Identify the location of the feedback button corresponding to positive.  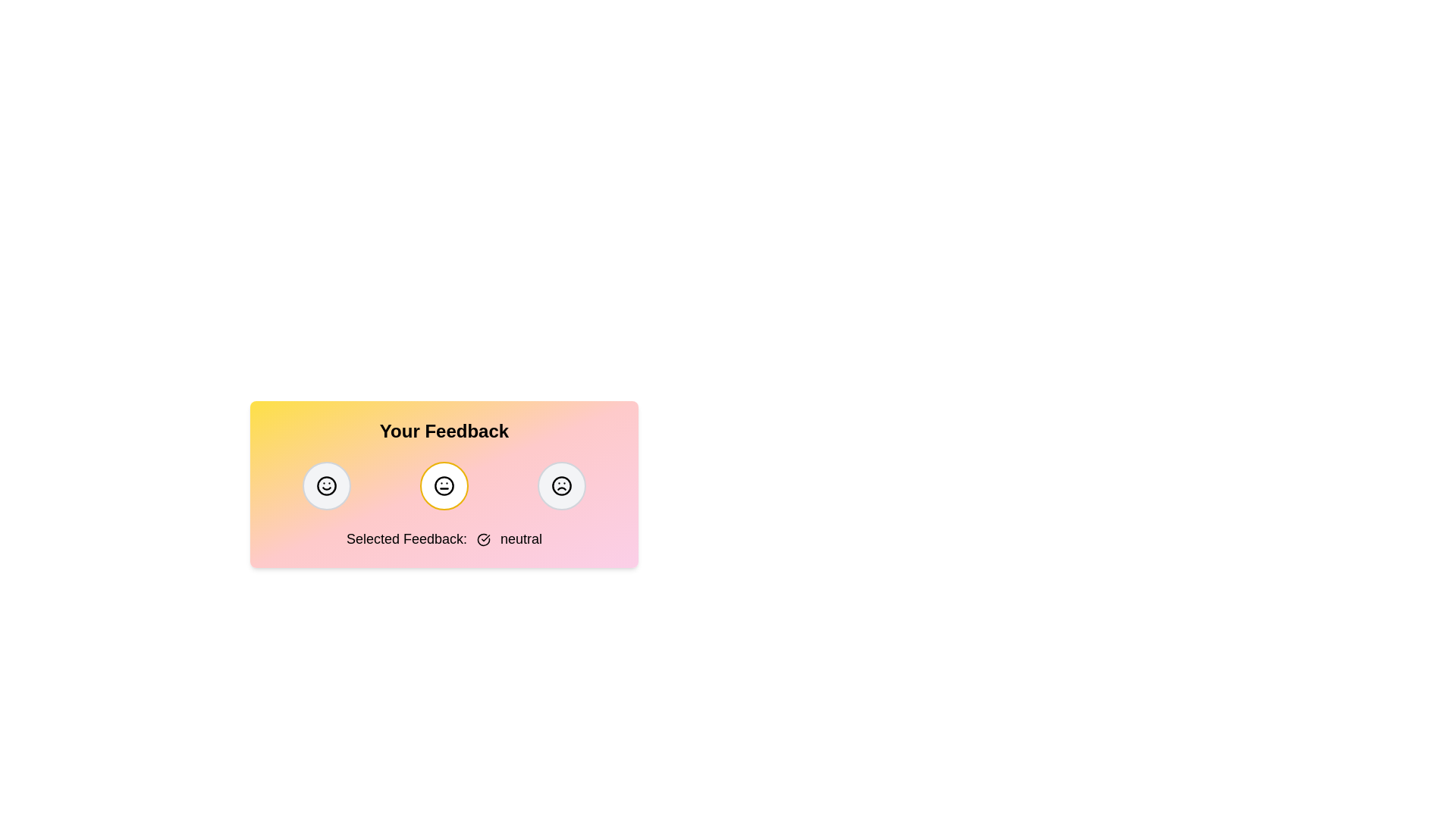
(326, 485).